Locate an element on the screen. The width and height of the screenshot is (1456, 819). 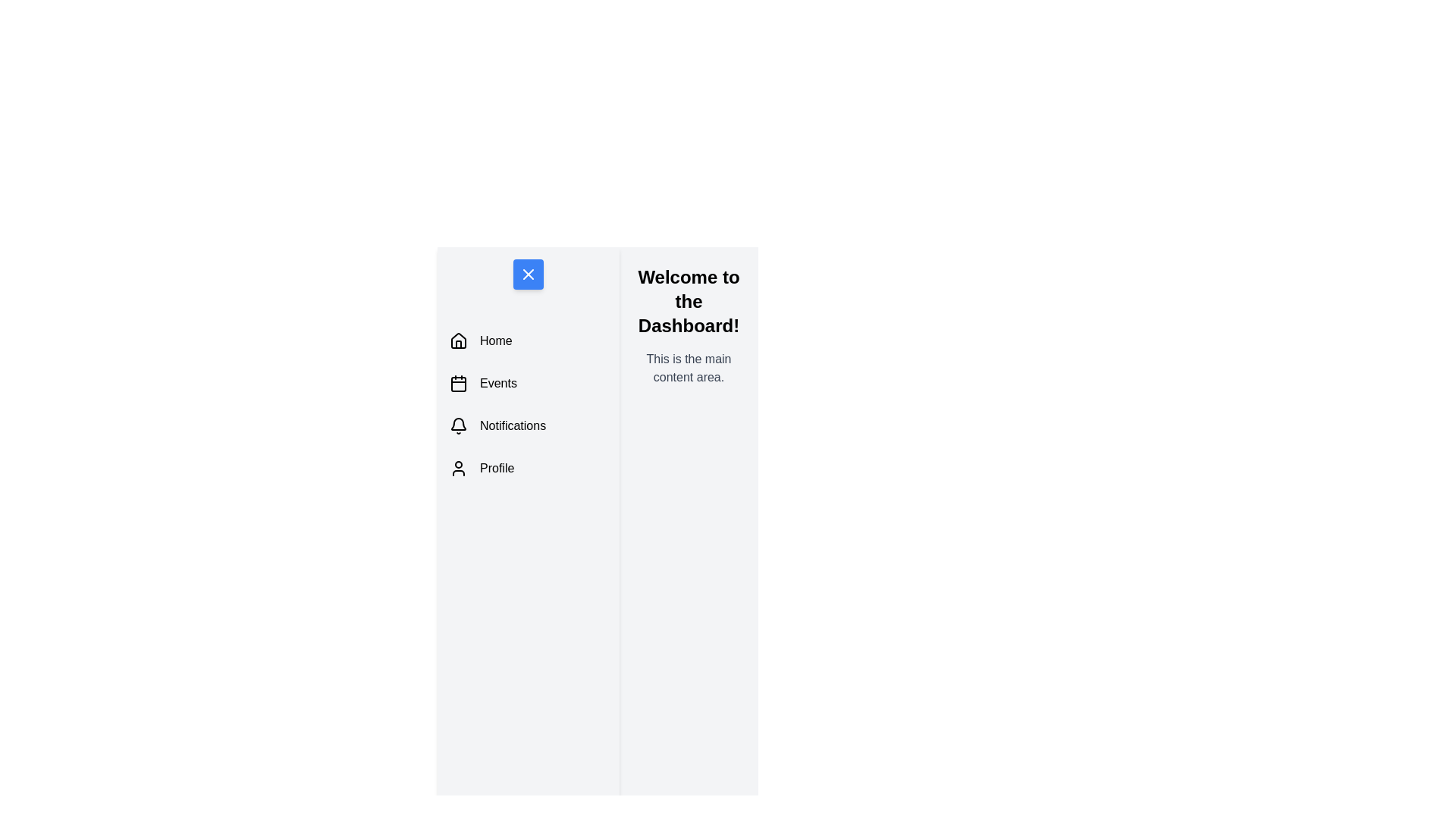
Notifications label located in the vertical navigation bar as the third item in the menu options is located at coordinates (513, 426).